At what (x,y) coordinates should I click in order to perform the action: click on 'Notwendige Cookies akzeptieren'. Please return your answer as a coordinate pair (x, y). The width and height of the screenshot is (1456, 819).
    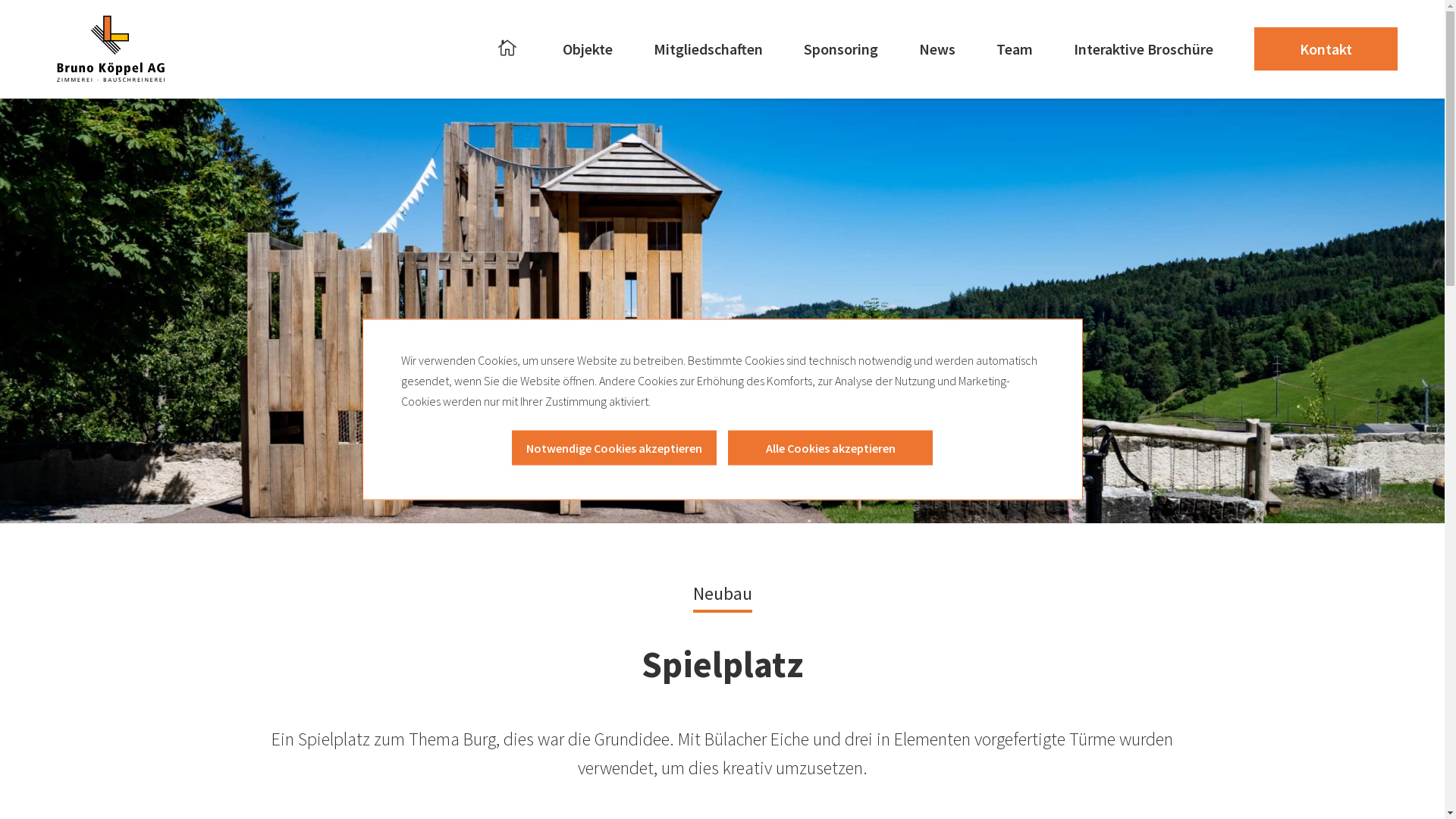
    Looking at the image, I should click on (614, 447).